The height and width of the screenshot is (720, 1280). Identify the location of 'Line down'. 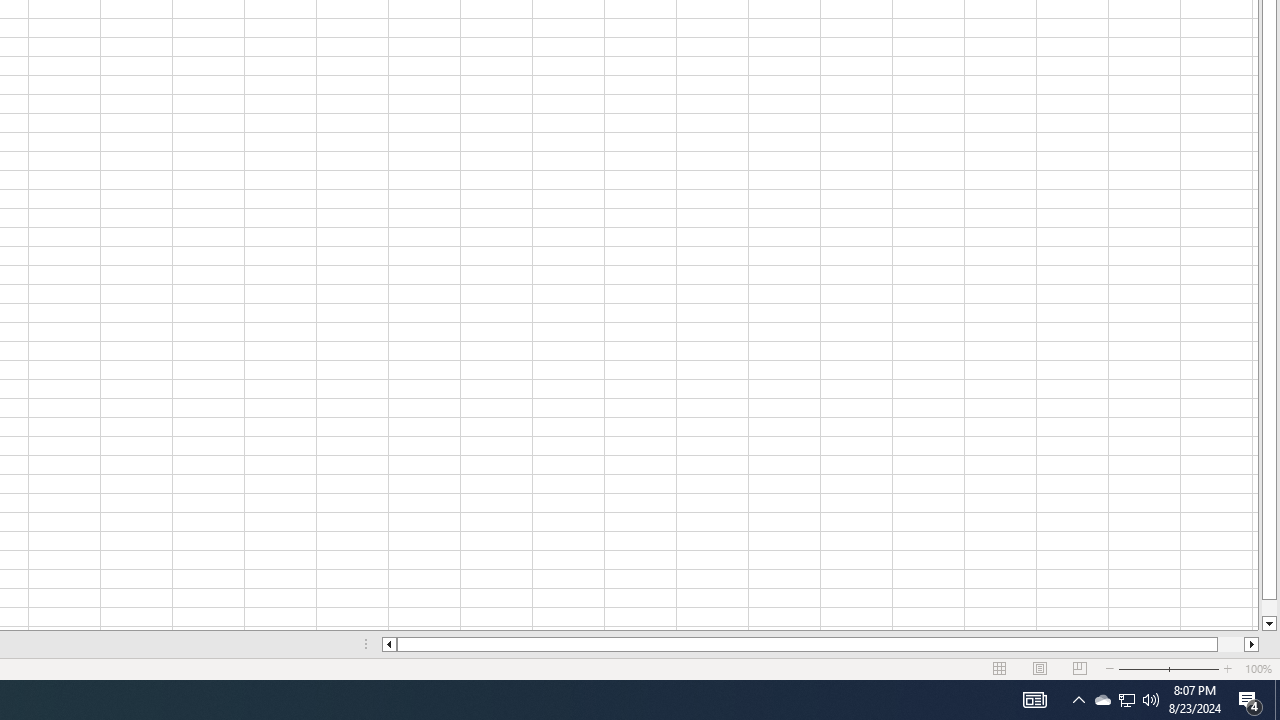
(1268, 623).